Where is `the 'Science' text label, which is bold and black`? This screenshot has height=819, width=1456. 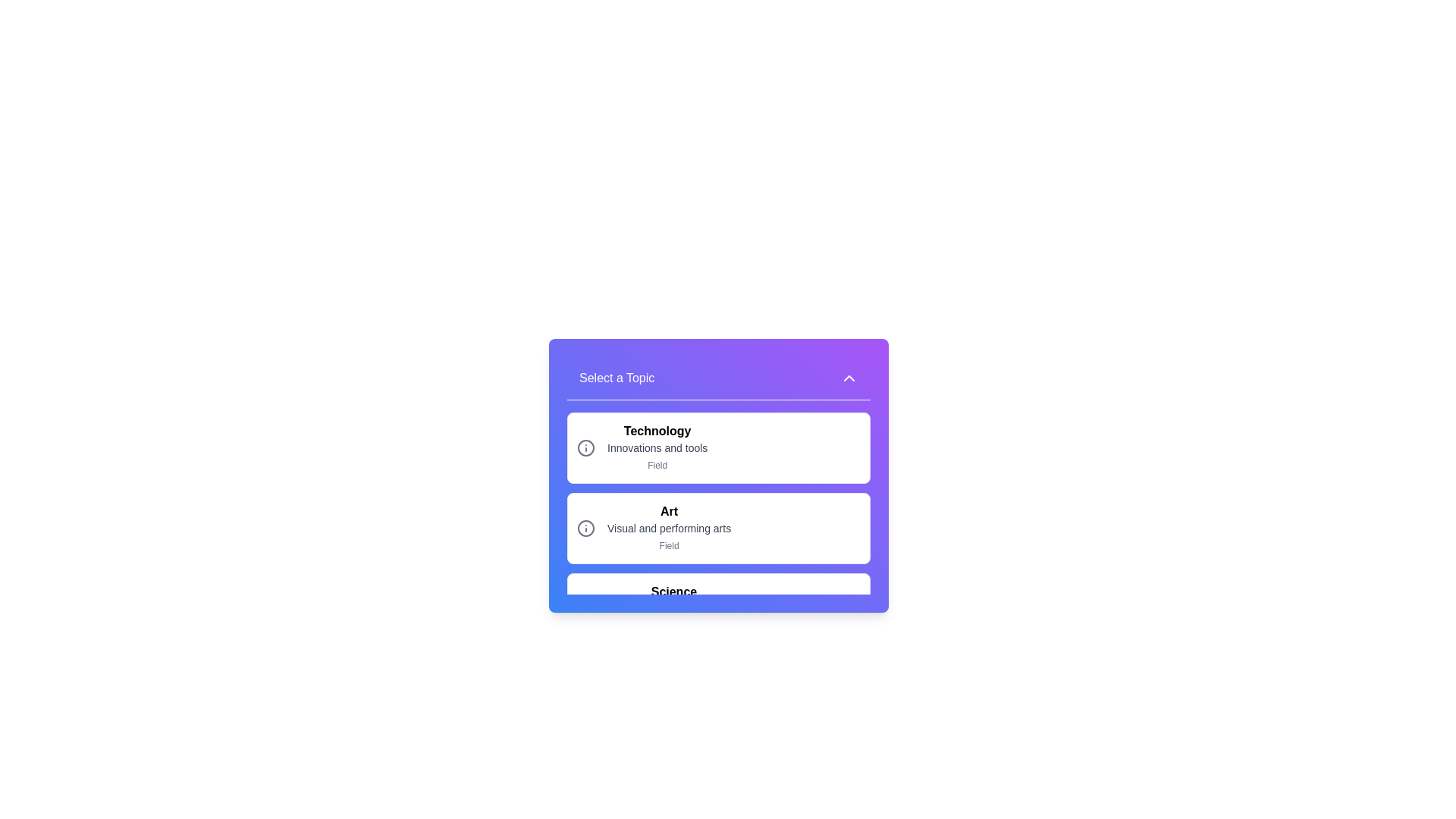
the 'Science' text label, which is bold and black is located at coordinates (673, 591).